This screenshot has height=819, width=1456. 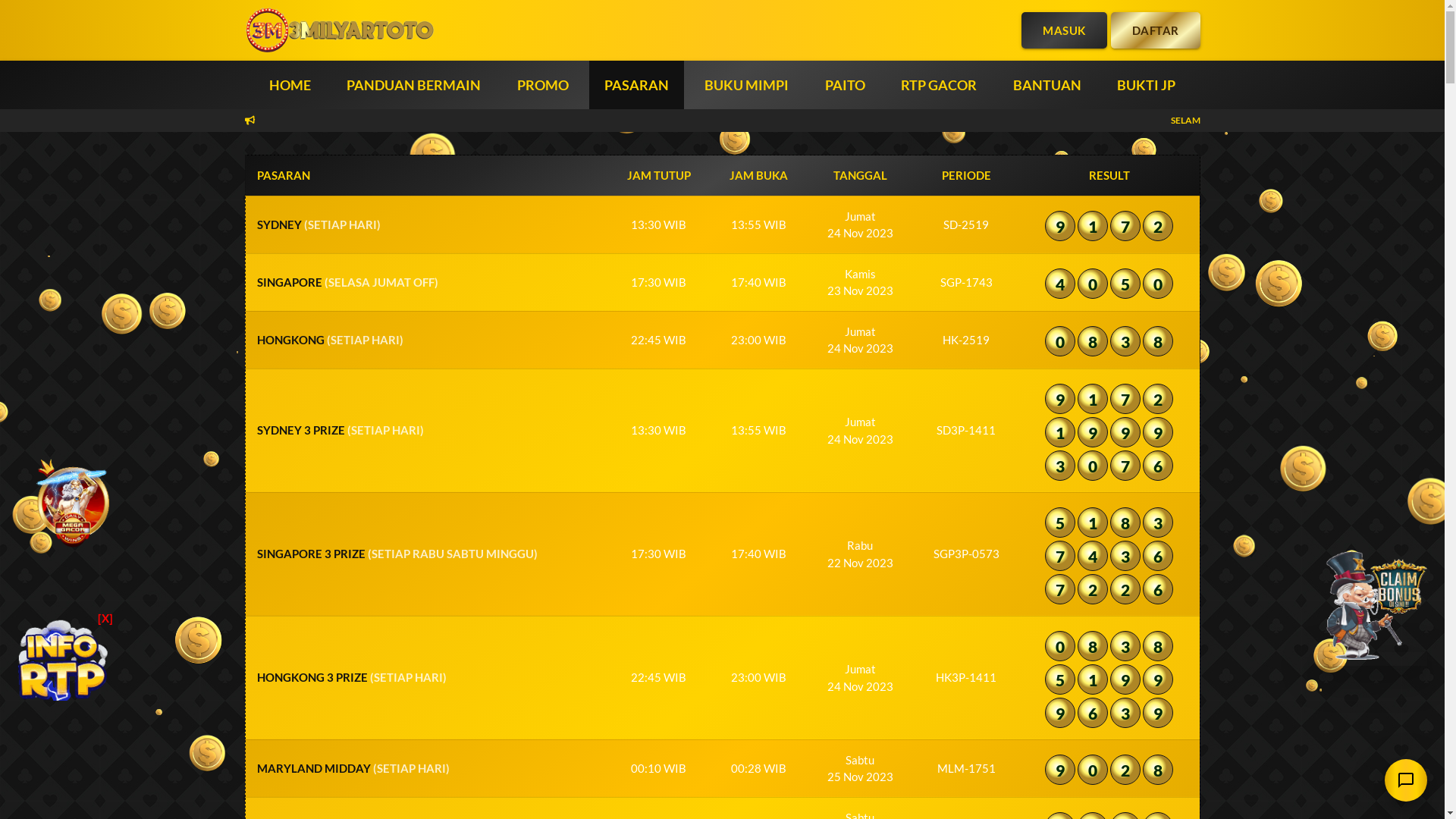 What do you see at coordinates (746, 84) in the screenshot?
I see `'BUKU MIMPI'` at bounding box center [746, 84].